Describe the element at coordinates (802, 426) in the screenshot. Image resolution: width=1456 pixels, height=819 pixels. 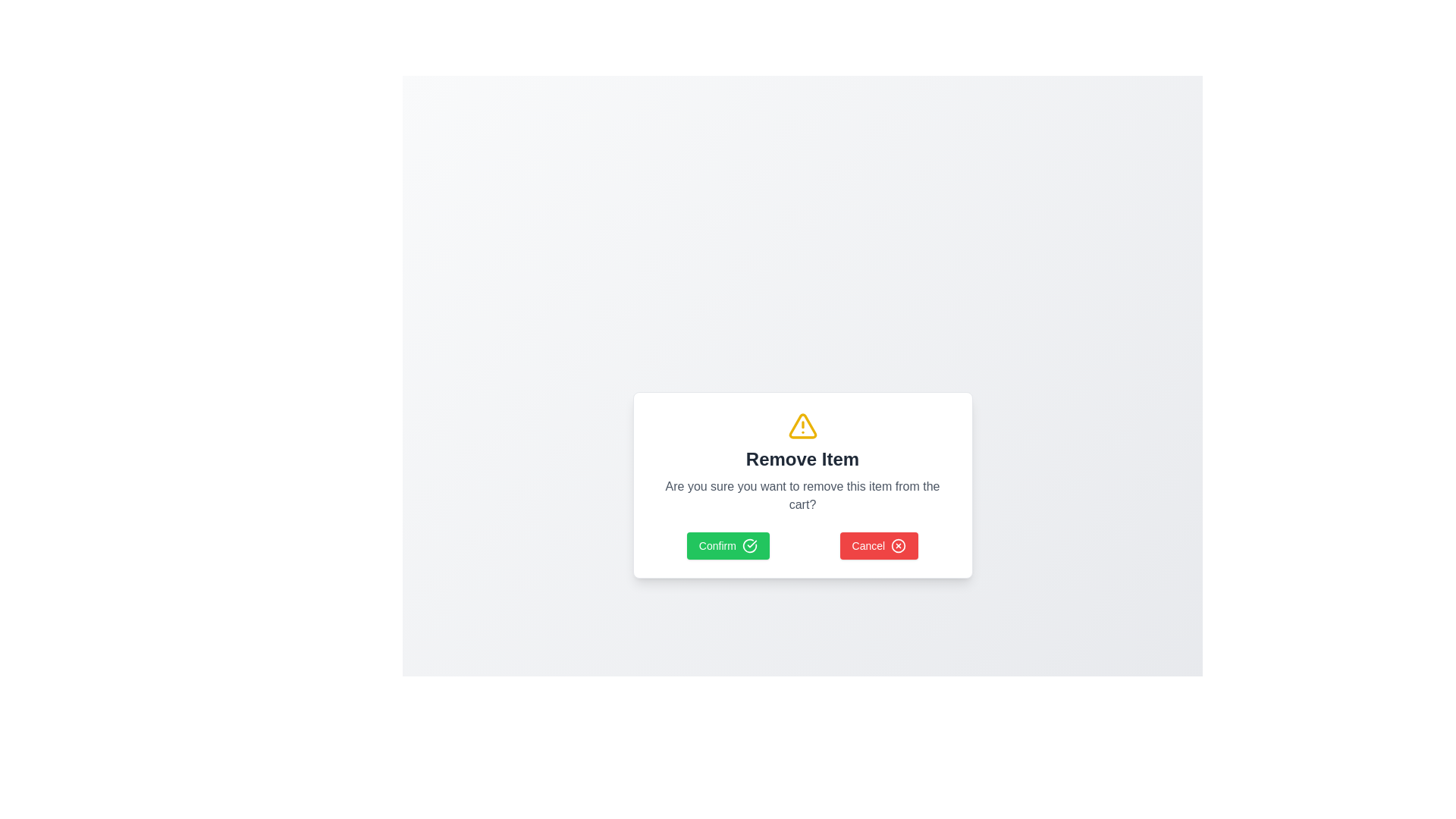
I see `the yellow triangular caution icon with a bold exclamation mark, which is located at the top of the 'Remove Item' dialog box, serving as a header warning symbol` at that location.